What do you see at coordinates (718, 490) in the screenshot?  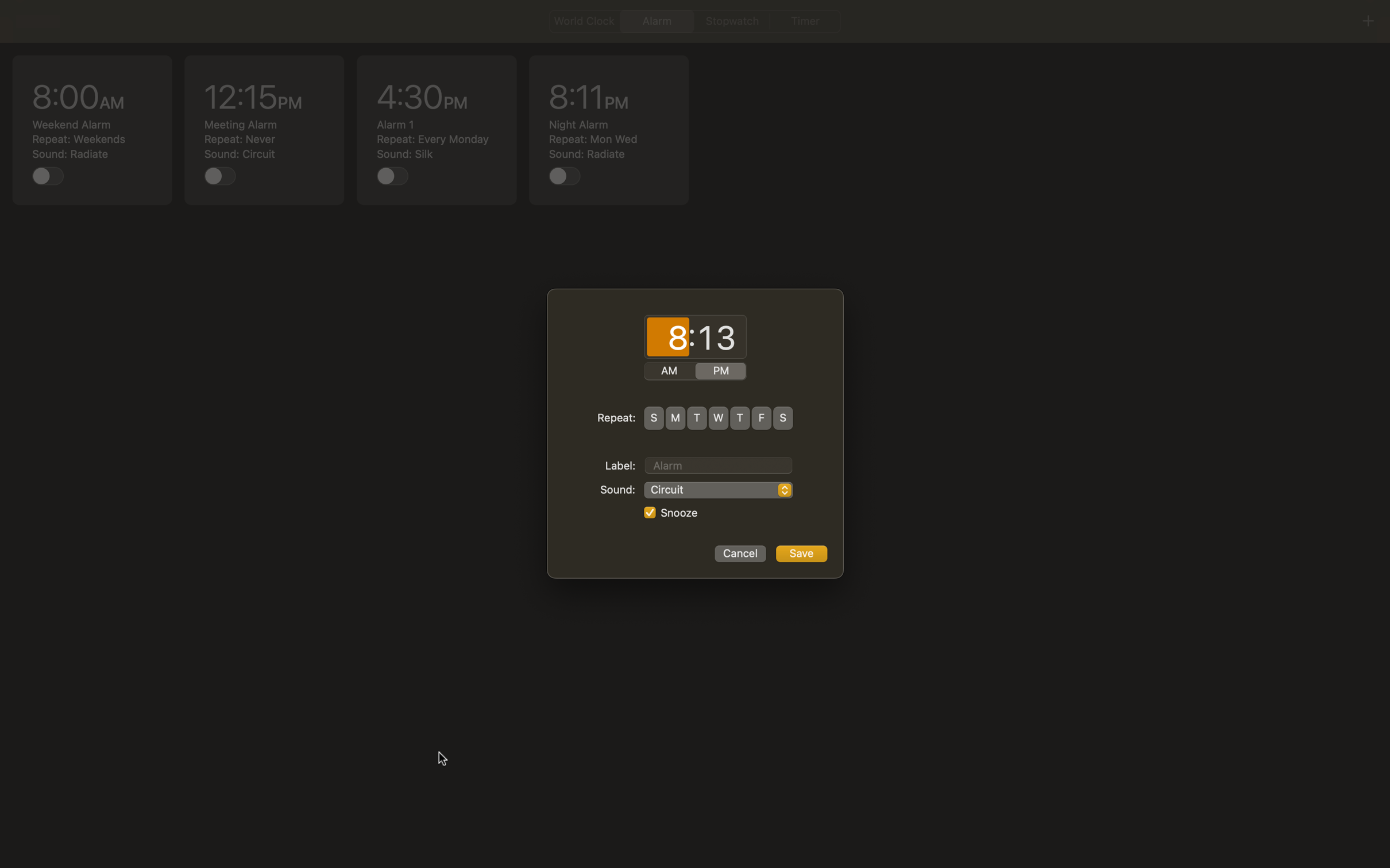 I see `"Nature Sounds" from sound options` at bounding box center [718, 490].